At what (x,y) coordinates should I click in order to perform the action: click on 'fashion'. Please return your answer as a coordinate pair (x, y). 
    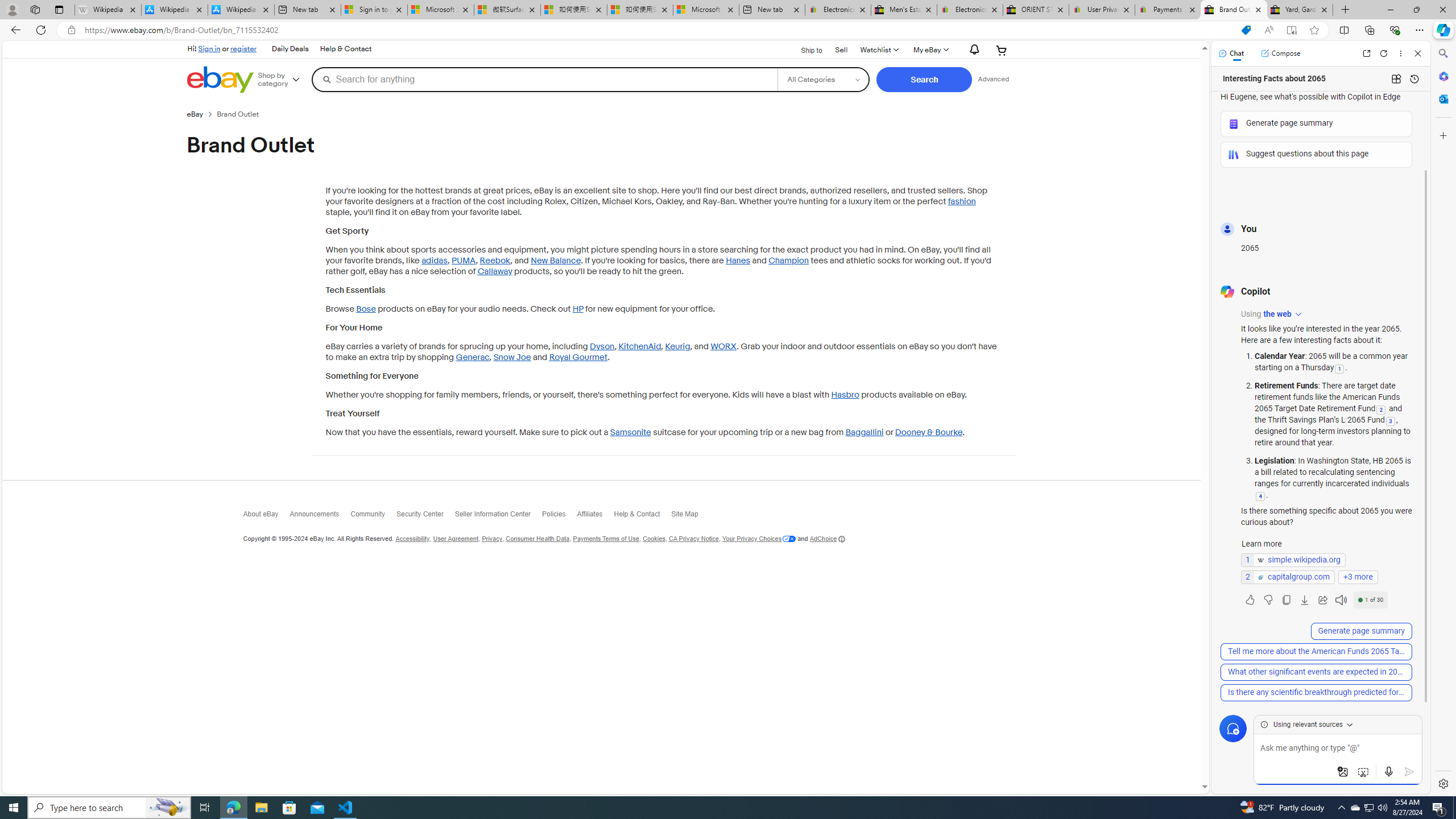
    Looking at the image, I should click on (961, 201).